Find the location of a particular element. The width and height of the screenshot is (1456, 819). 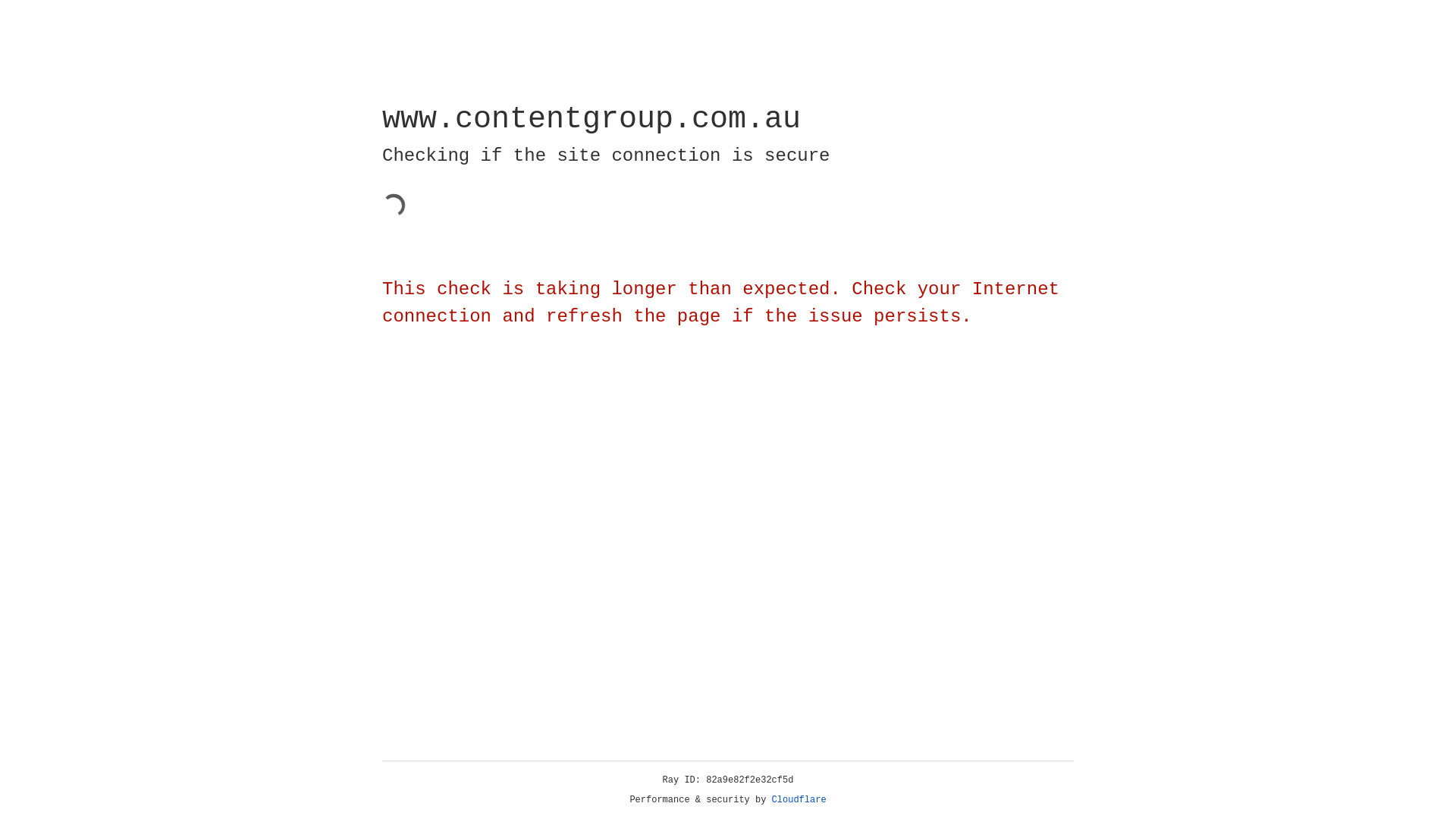

'Cloudflare' is located at coordinates (799, 799).